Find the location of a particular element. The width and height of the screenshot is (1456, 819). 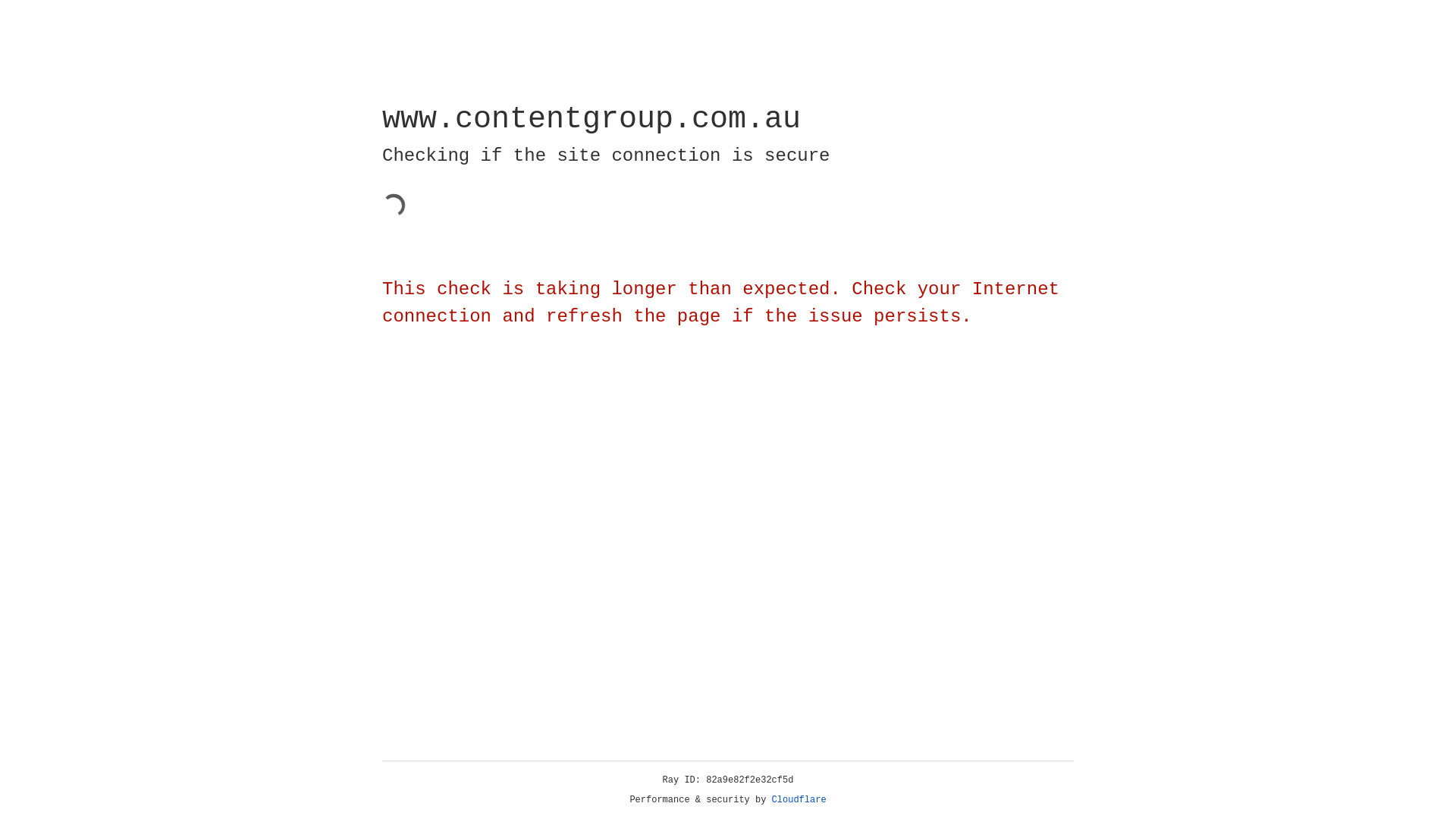

'Cloudflare' is located at coordinates (799, 799).